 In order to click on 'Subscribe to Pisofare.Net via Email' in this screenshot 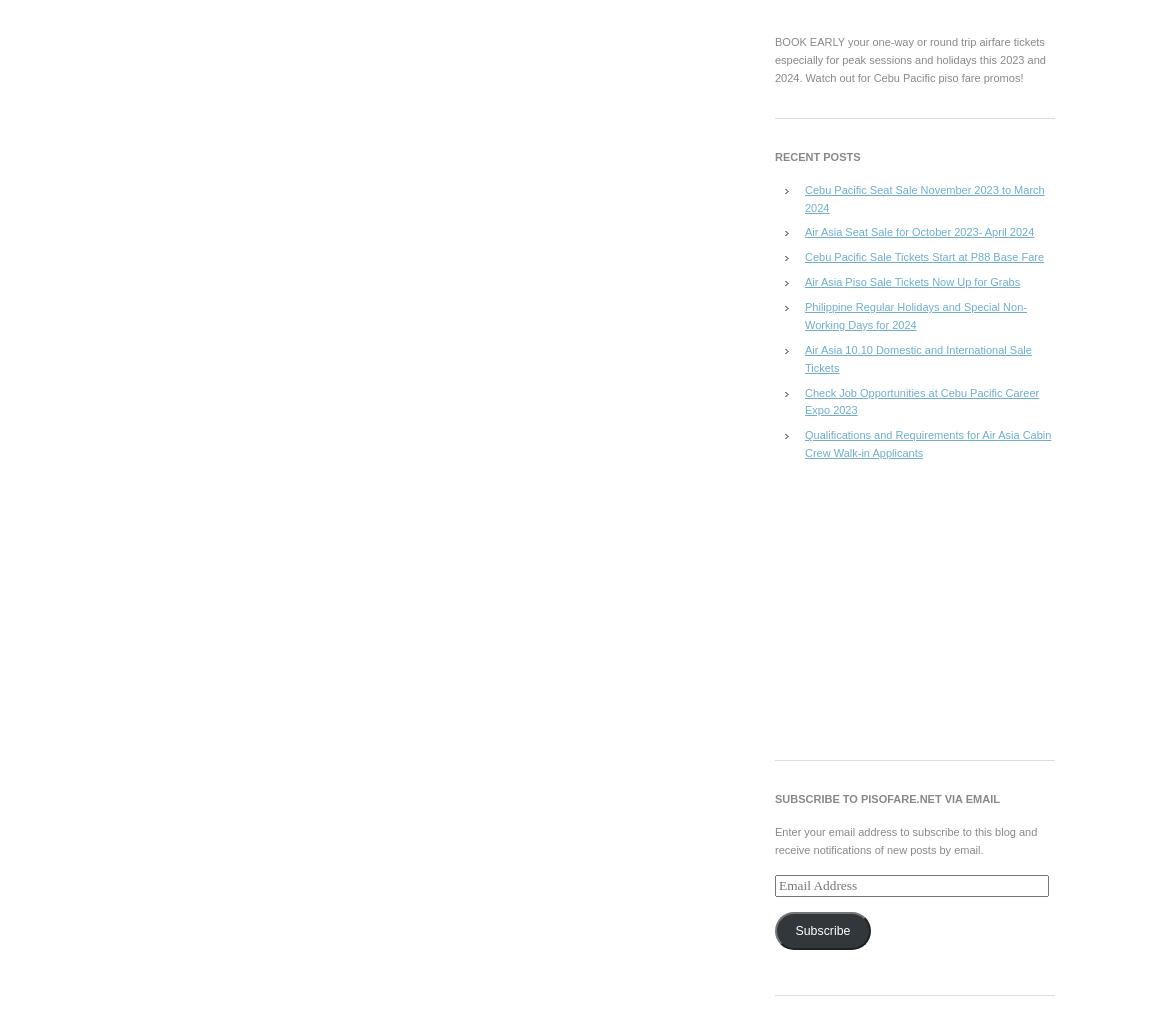, I will do `click(886, 797)`.